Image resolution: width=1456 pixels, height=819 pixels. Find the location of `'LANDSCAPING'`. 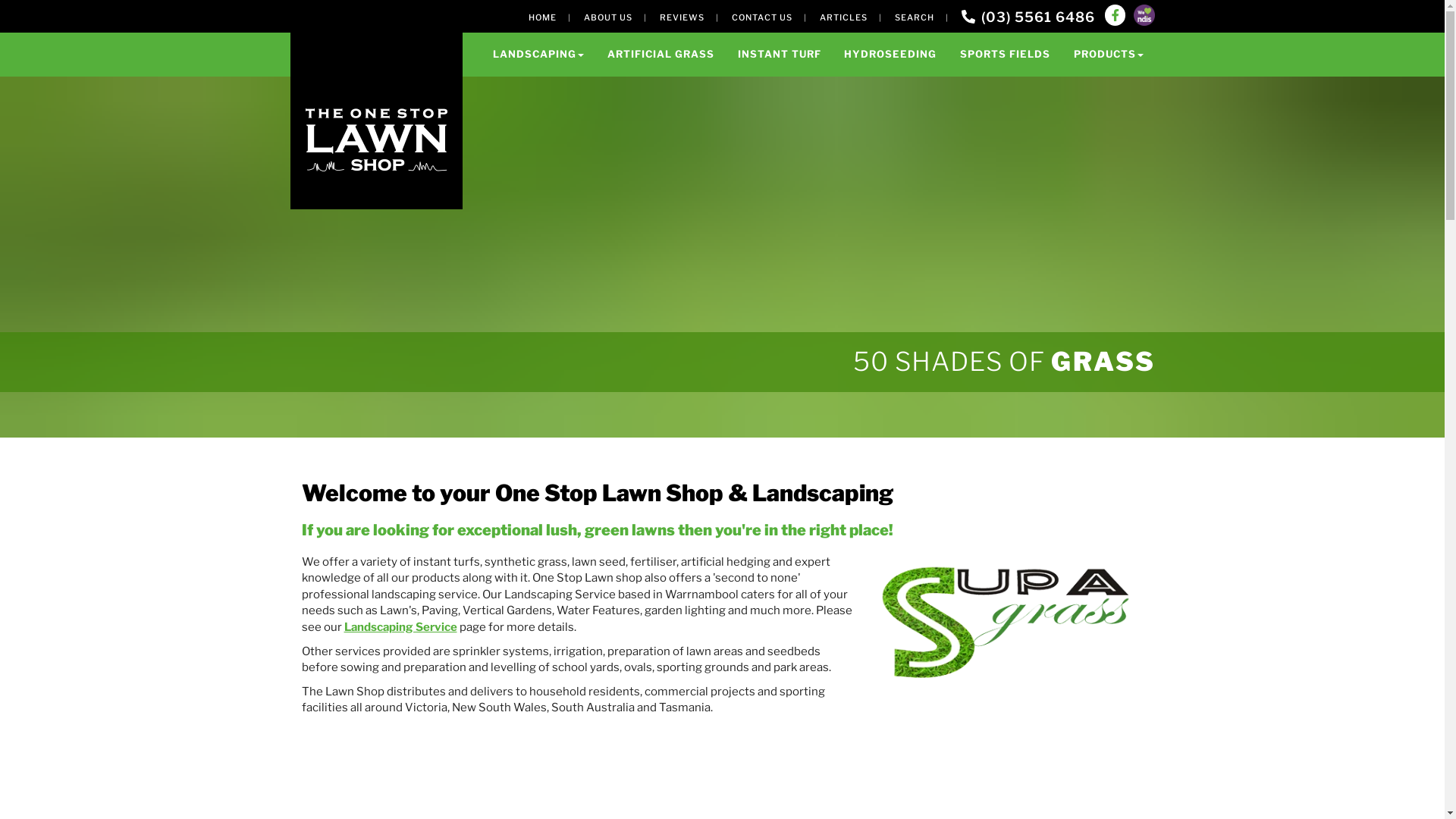

'LANDSCAPING' is located at coordinates (481, 54).